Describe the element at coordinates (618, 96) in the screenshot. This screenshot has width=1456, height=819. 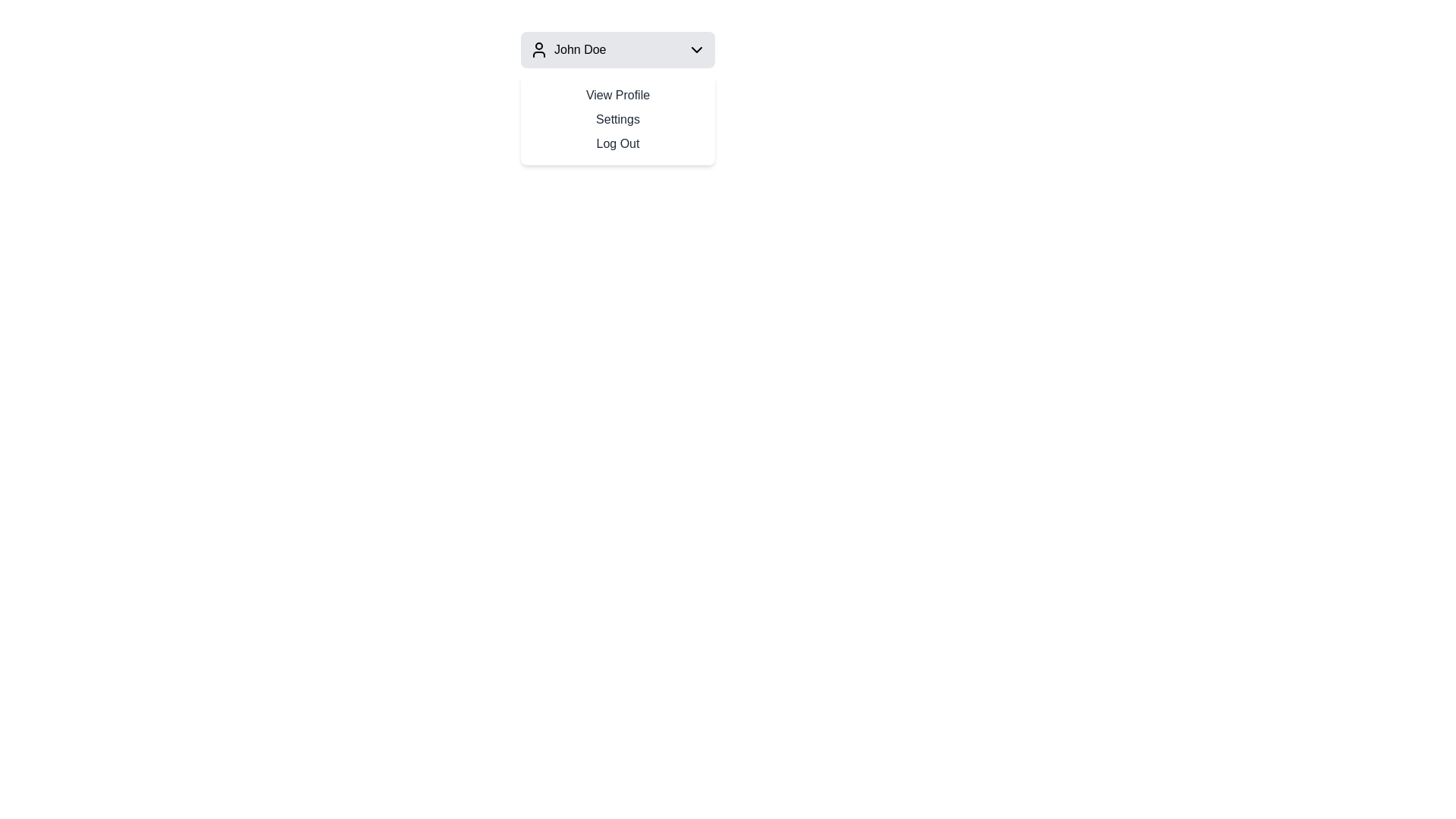
I see `the static text element that provides navigation to the user's profile page, which is the first item in a vertical menu below the header 'John Doe'` at that location.